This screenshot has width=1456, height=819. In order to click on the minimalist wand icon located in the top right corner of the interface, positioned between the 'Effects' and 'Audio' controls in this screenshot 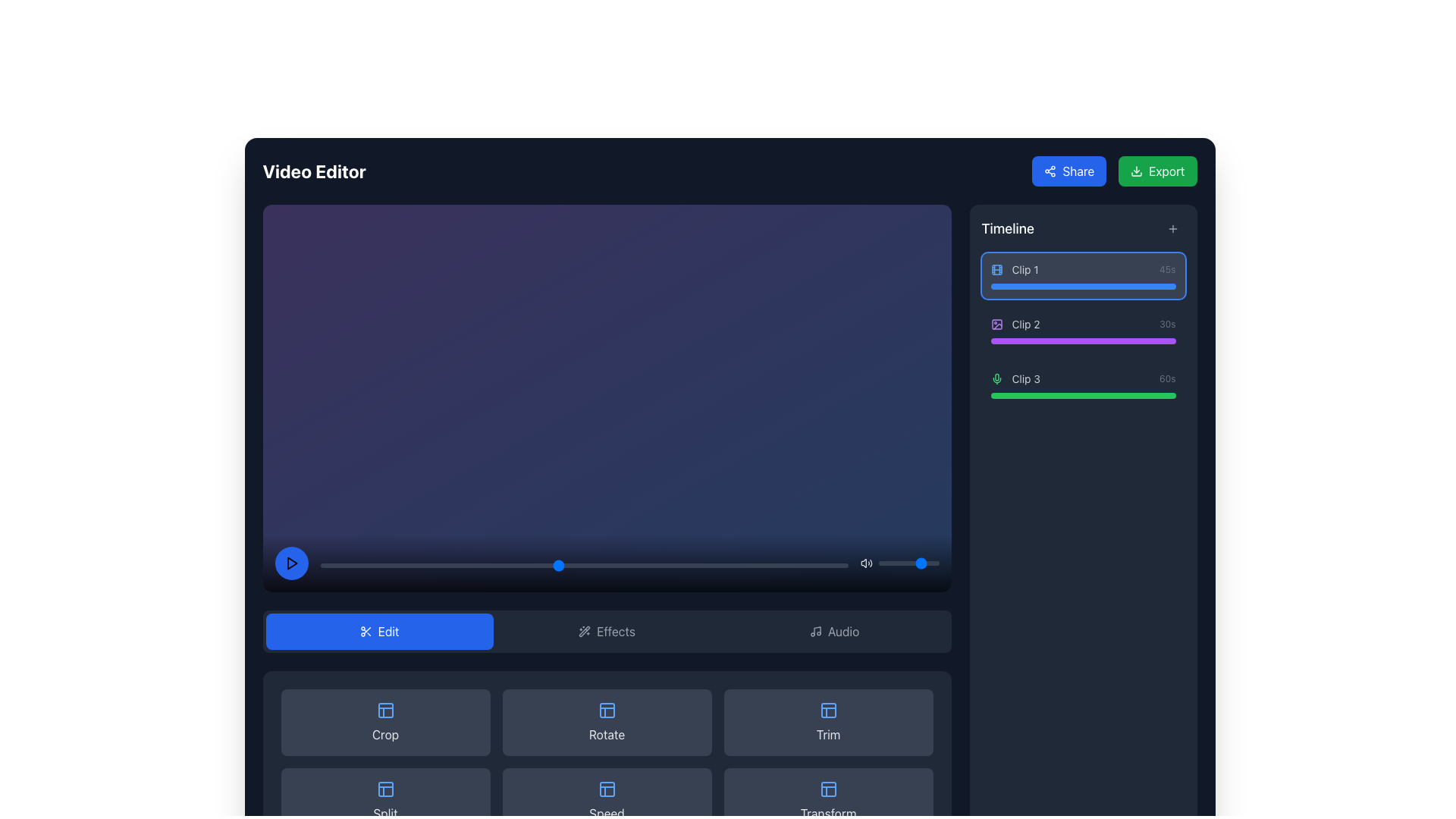, I will do `click(584, 631)`.